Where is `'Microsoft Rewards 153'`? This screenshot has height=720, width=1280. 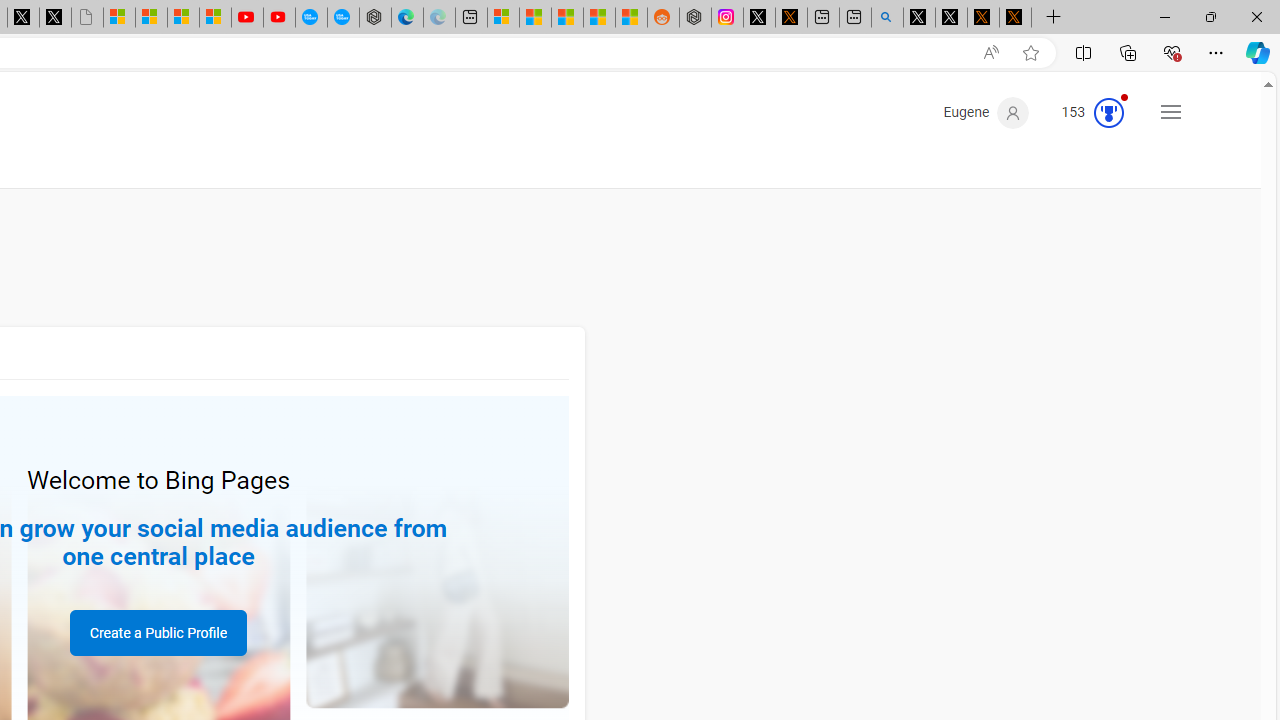 'Microsoft Rewards 153' is located at coordinates (1083, 113).